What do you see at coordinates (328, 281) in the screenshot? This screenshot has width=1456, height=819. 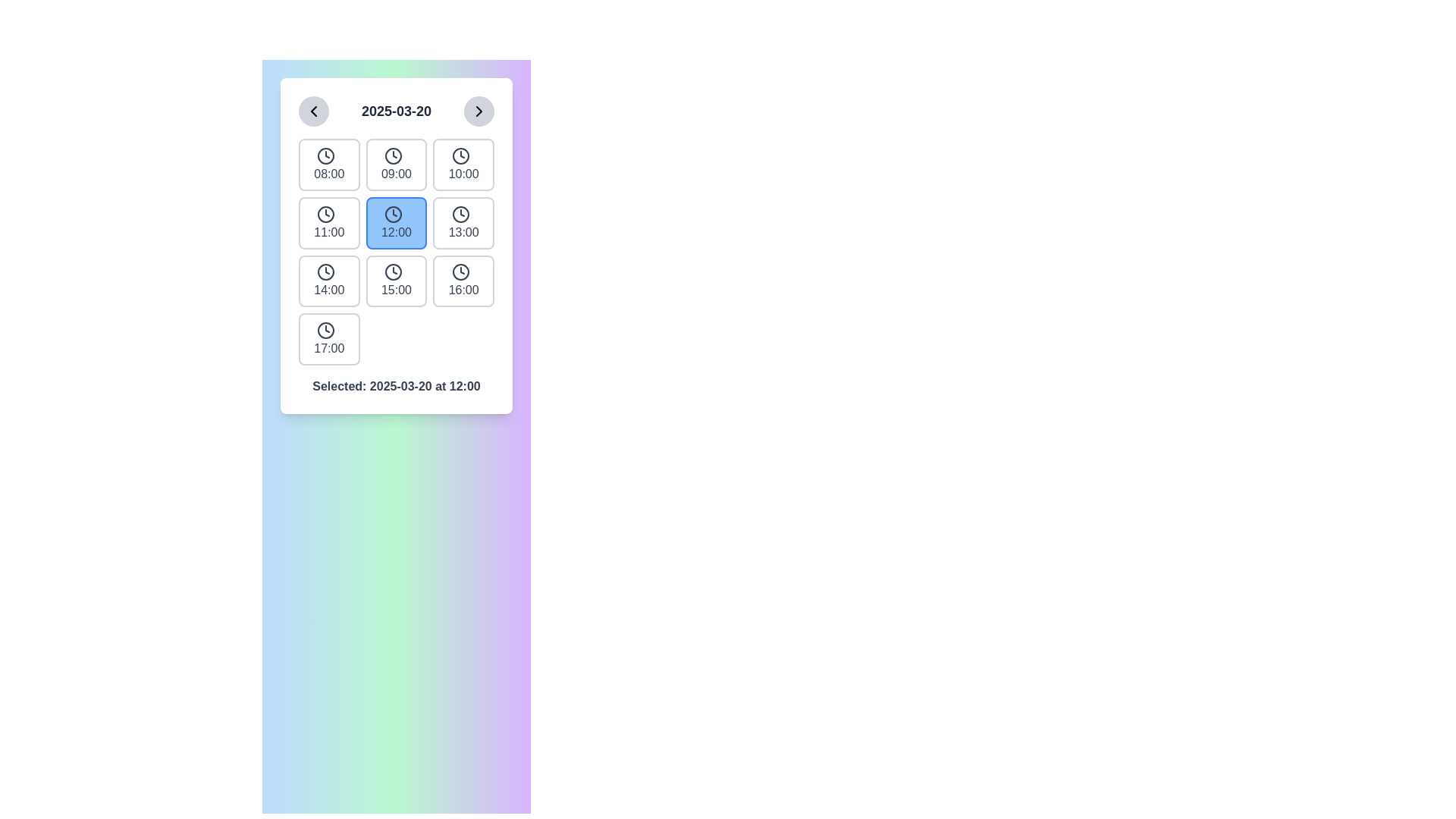 I see `the selectable time slot button for '14:00', which is located in the fourth row and first column of the grid` at bounding box center [328, 281].